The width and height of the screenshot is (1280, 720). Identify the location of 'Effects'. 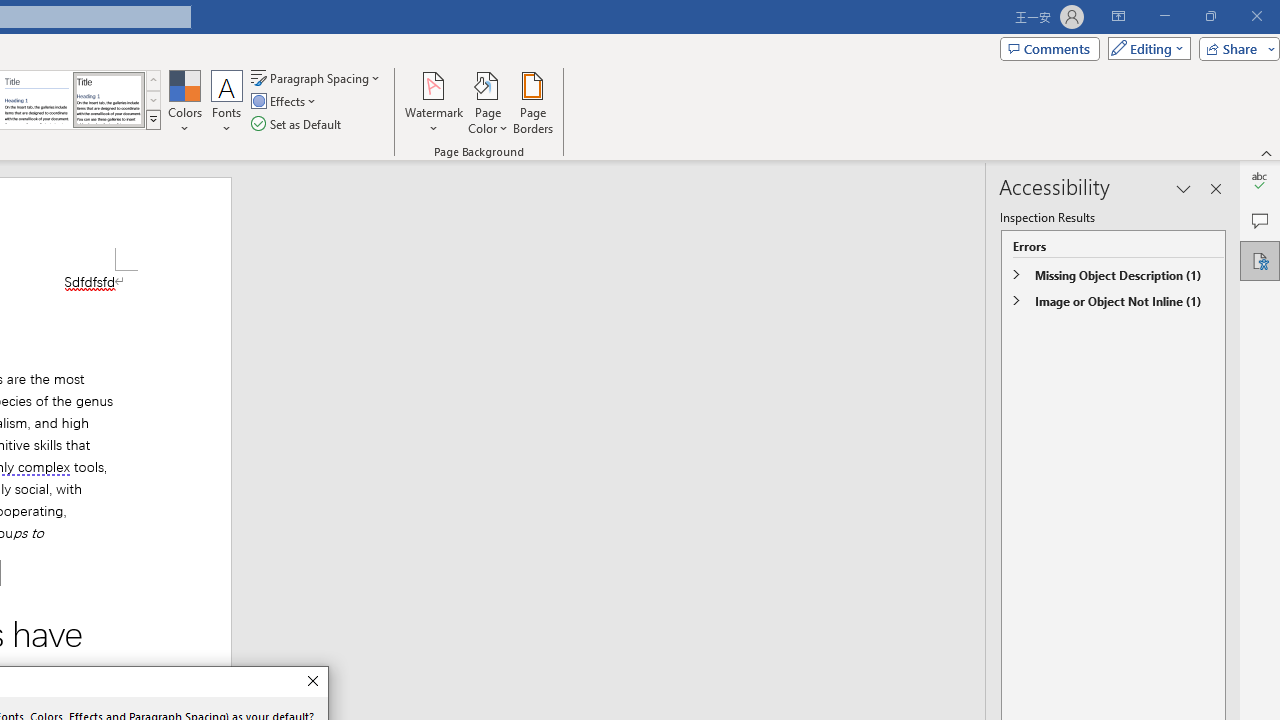
(284, 101).